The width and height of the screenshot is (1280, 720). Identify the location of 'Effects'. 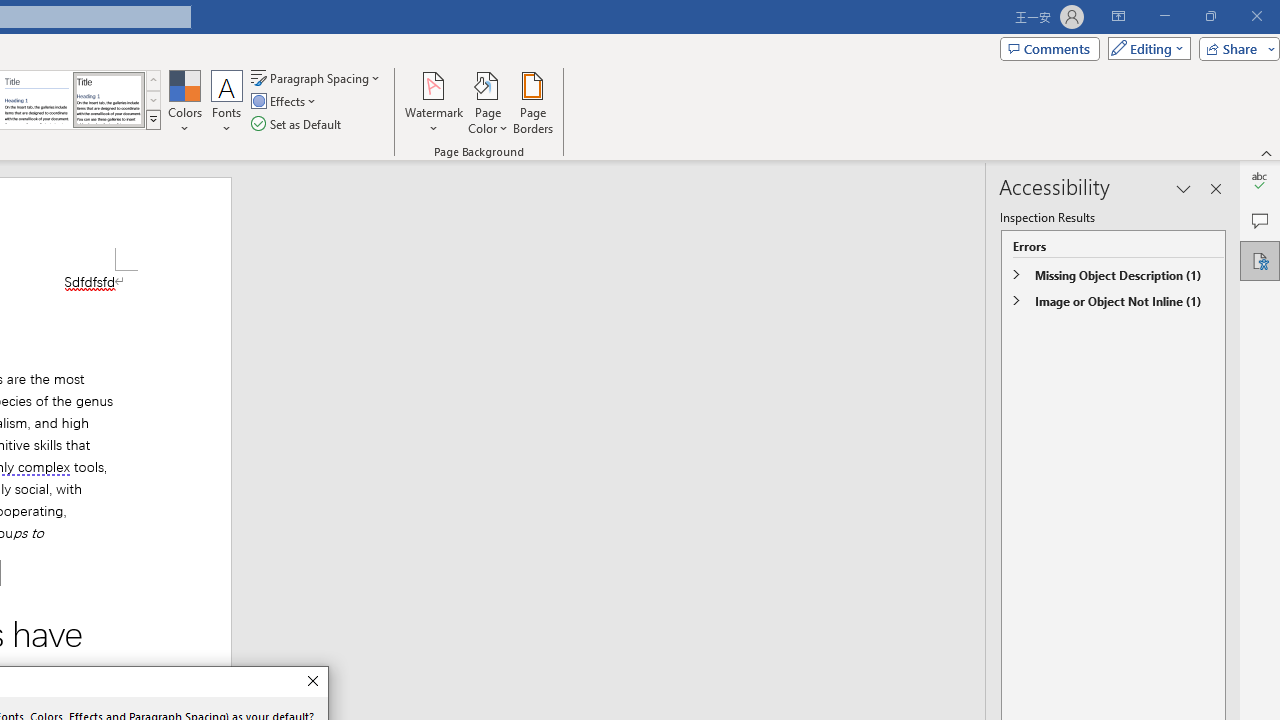
(284, 101).